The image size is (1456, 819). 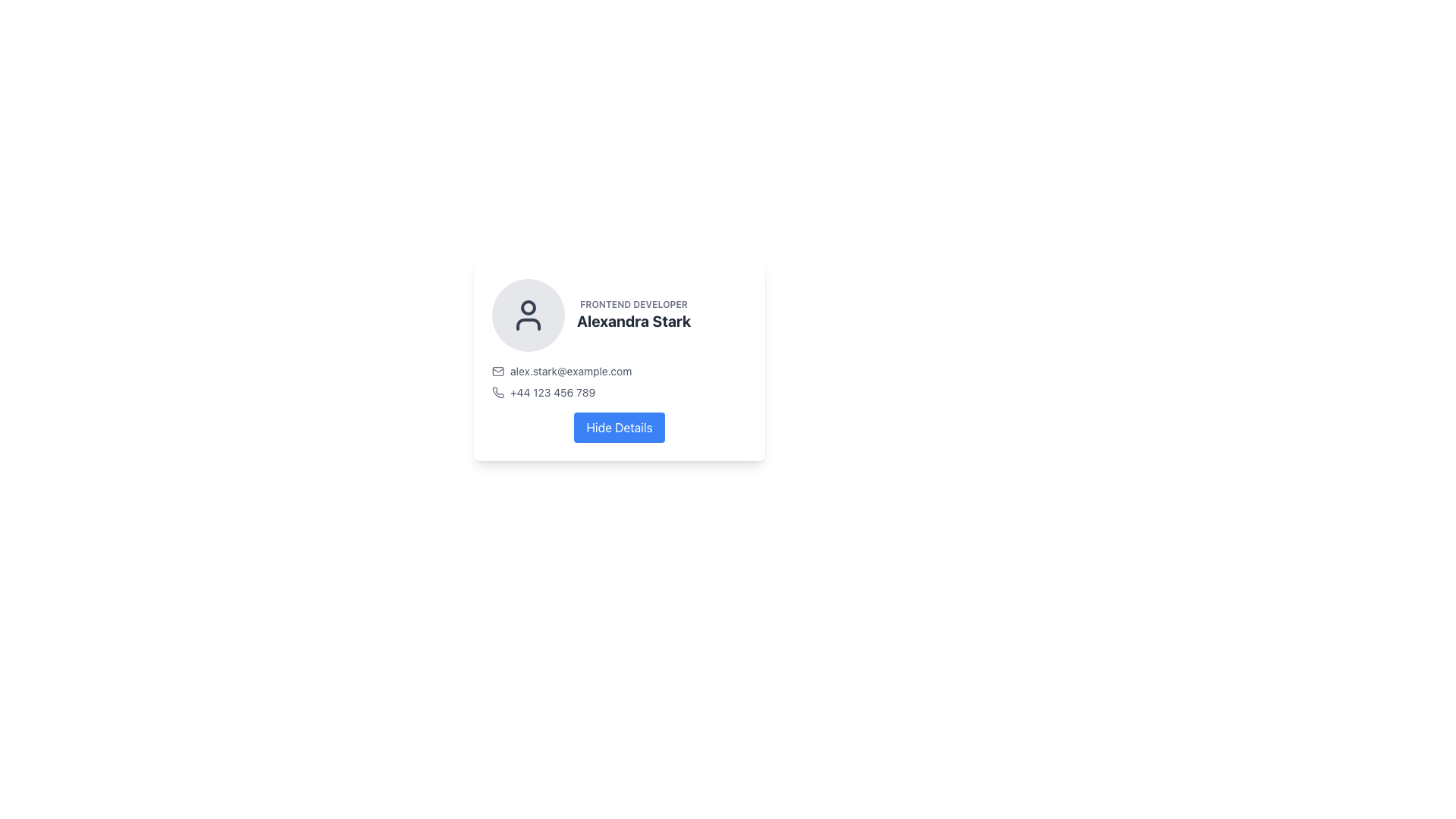 What do you see at coordinates (619, 315) in the screenshot?
I see `the textual content 'Alexandra Stark' in the Card header section located in the modal-like card structure` at bounding box center [619, 315].